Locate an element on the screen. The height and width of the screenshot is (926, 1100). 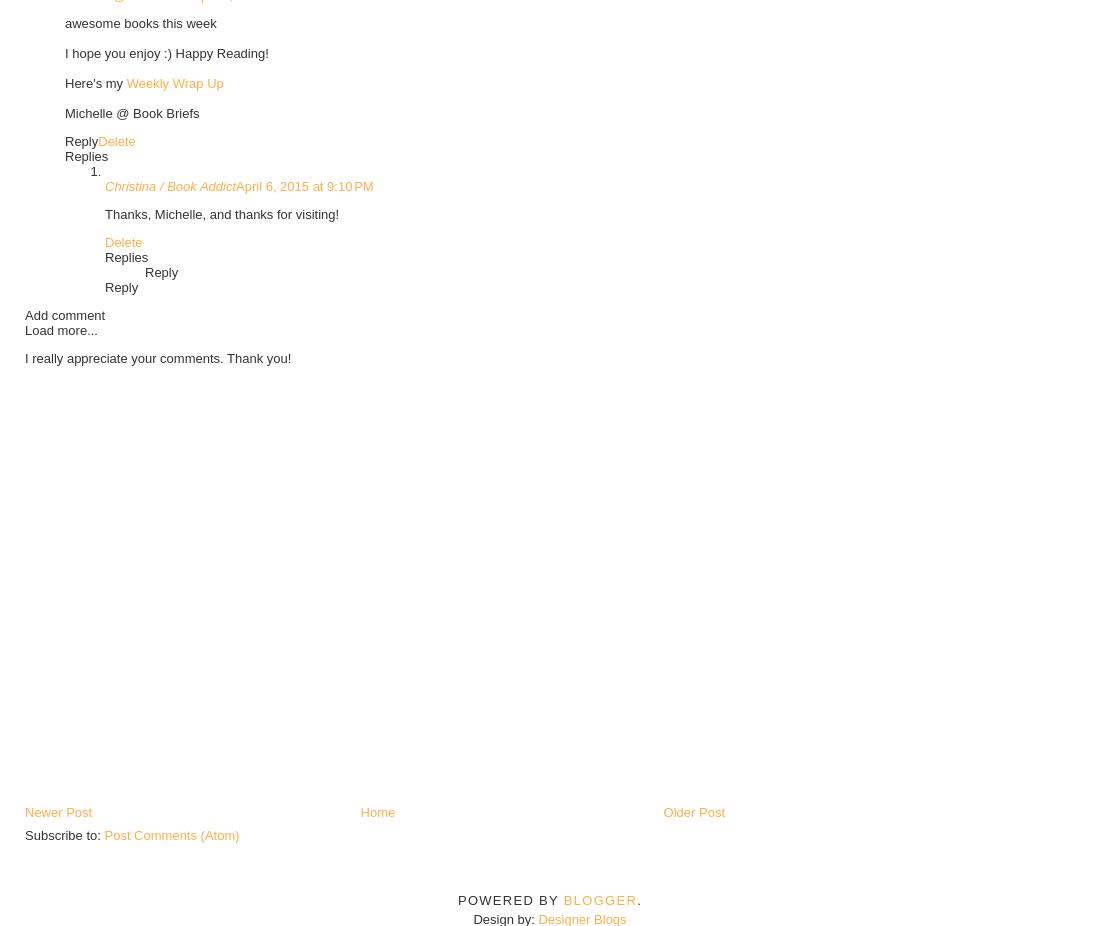
'Thanks, Michelle, and thanks for visiting!' is located at coordinates (221, 212).